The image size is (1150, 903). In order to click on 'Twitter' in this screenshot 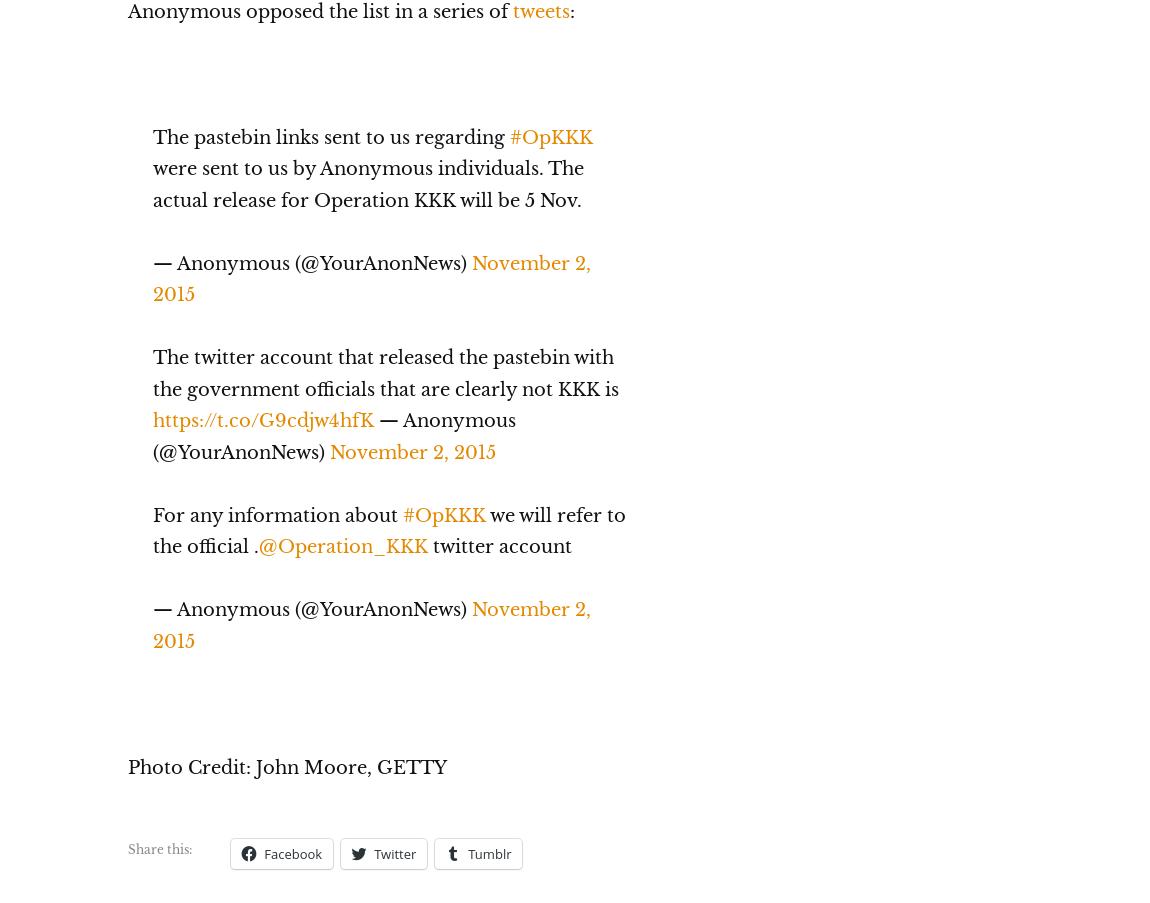, I will do `click(373, 852)`.